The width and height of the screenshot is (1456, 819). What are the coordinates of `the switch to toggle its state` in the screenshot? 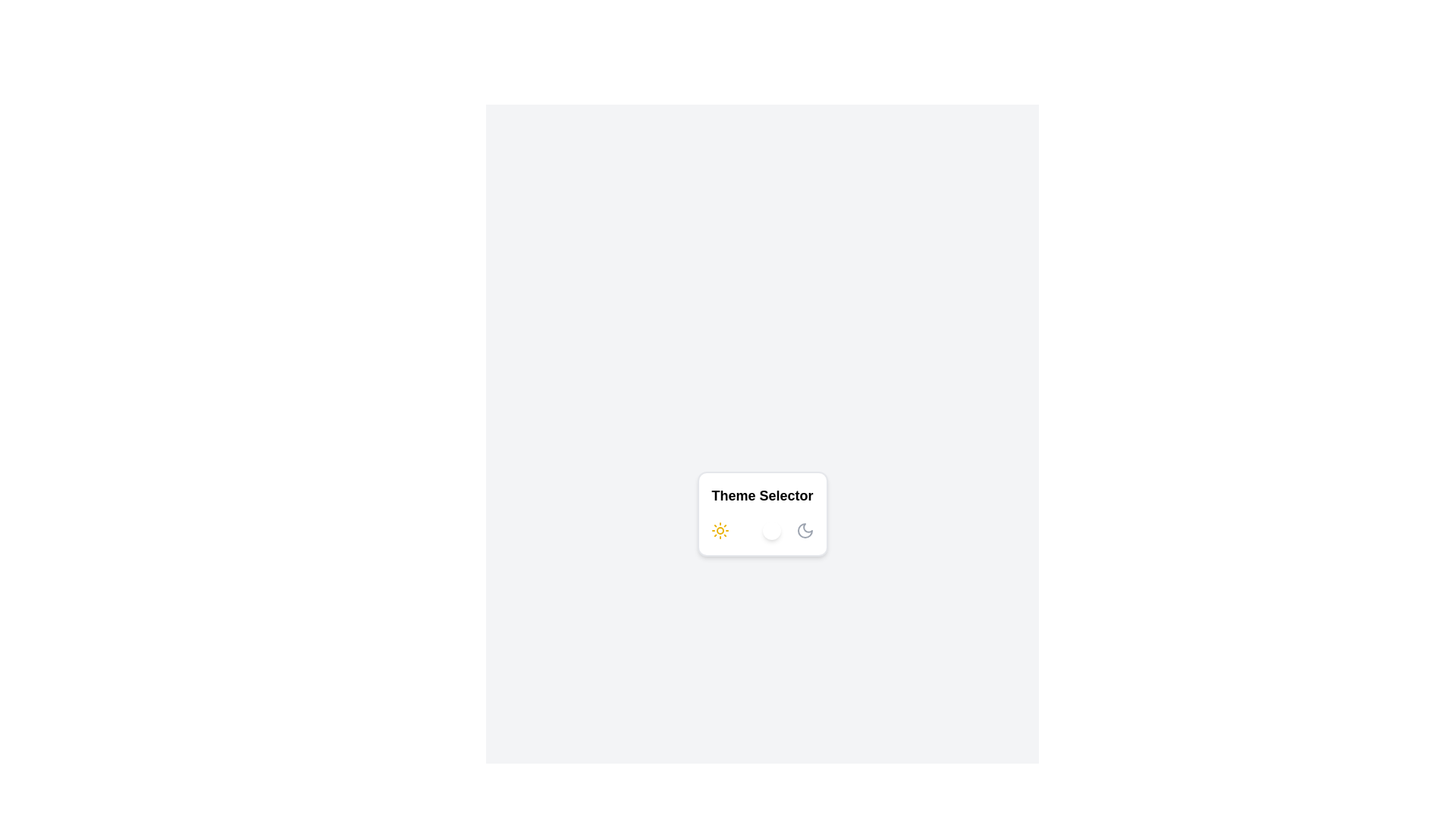 It's located at (761, 529).